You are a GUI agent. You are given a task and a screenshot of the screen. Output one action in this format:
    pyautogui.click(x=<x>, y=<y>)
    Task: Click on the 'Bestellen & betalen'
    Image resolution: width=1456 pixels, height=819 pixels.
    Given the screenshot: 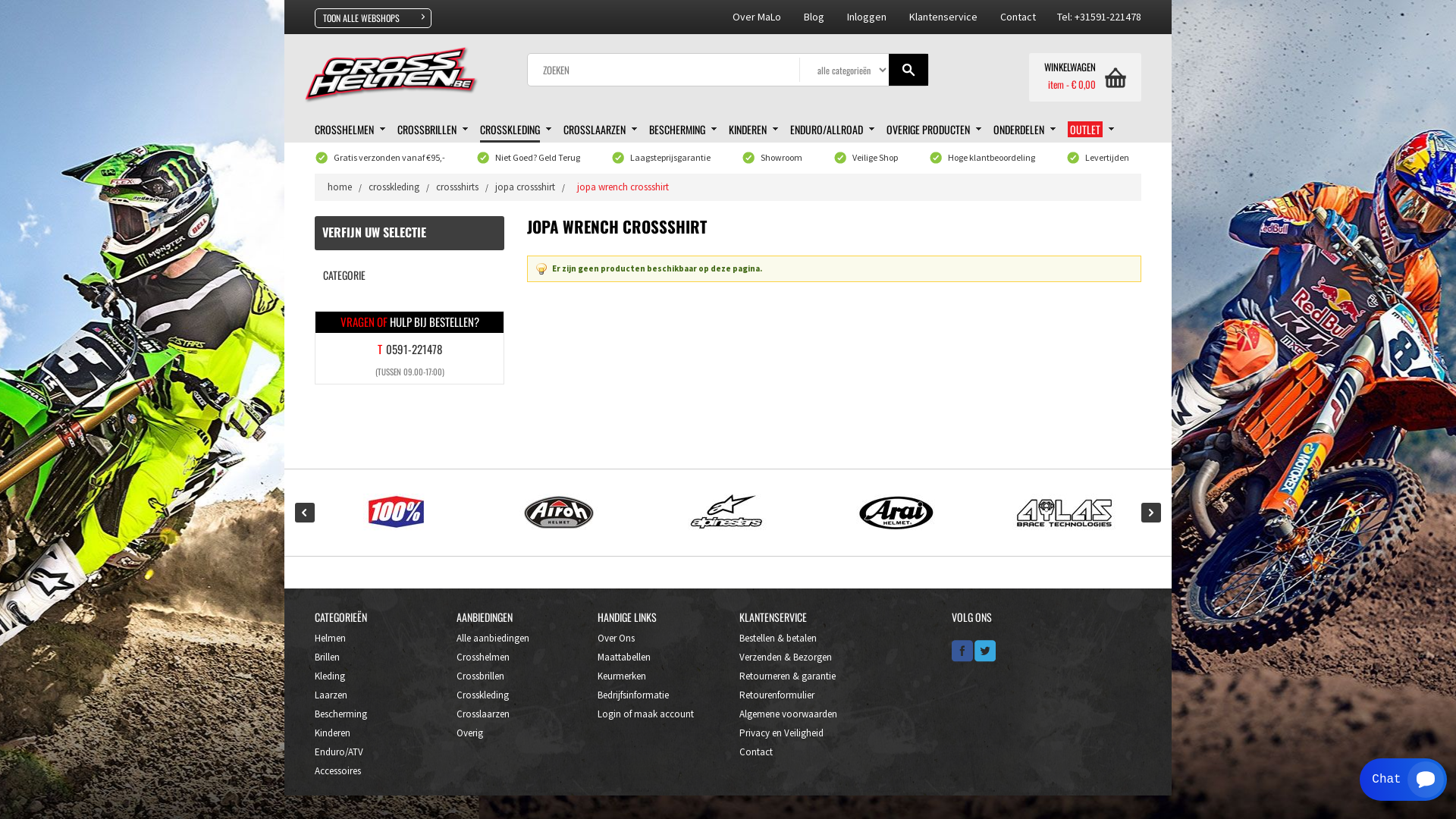 What is the action you would take?
    pyautogui.click(x=778, y=637)
    